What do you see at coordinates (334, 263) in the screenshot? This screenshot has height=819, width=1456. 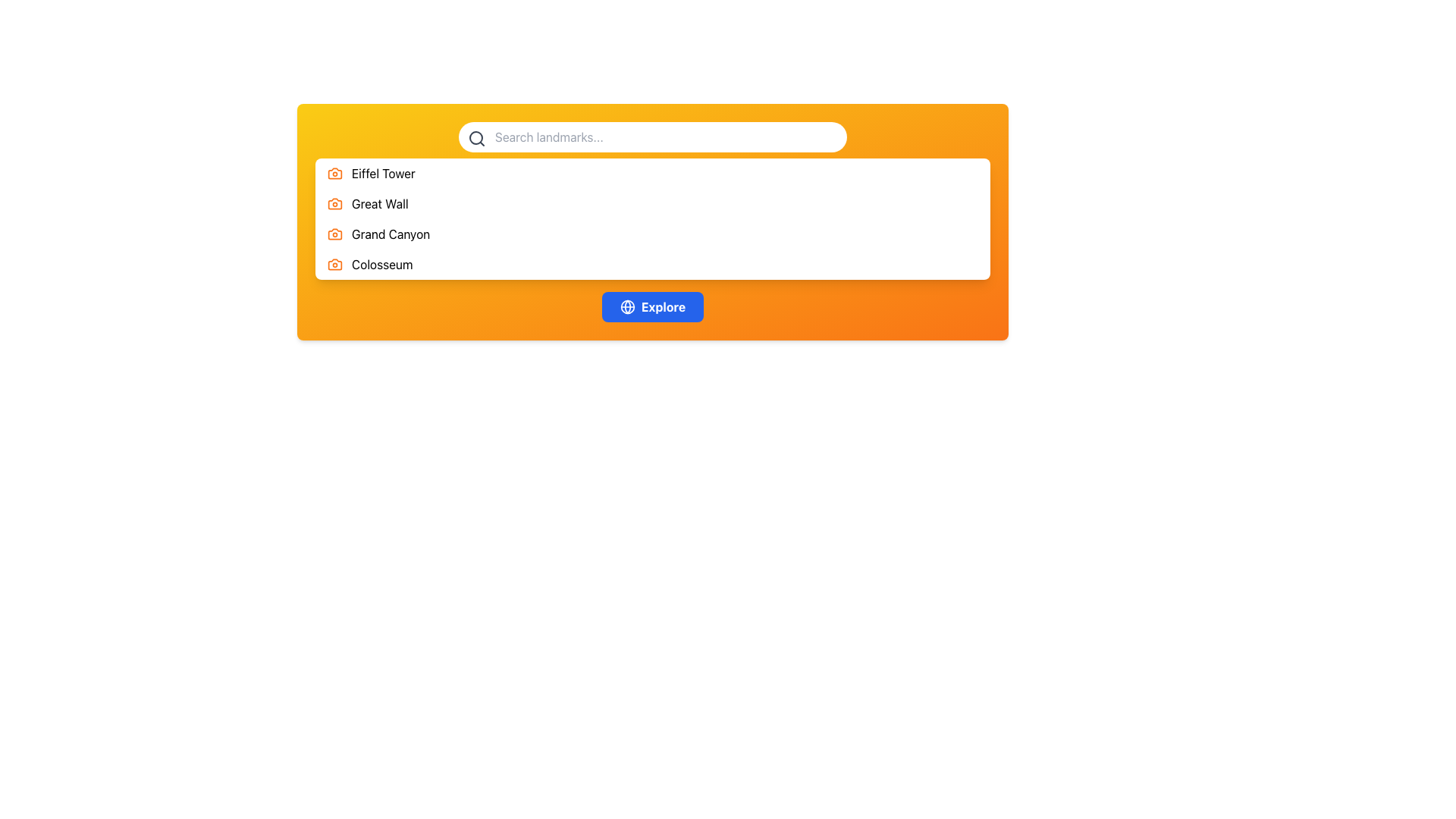 I see `camera icon associated with the list item 'Colosseum', which is located next to the text label 'Colosseum' in the list of landmarks` at bounding box center [334, 263].